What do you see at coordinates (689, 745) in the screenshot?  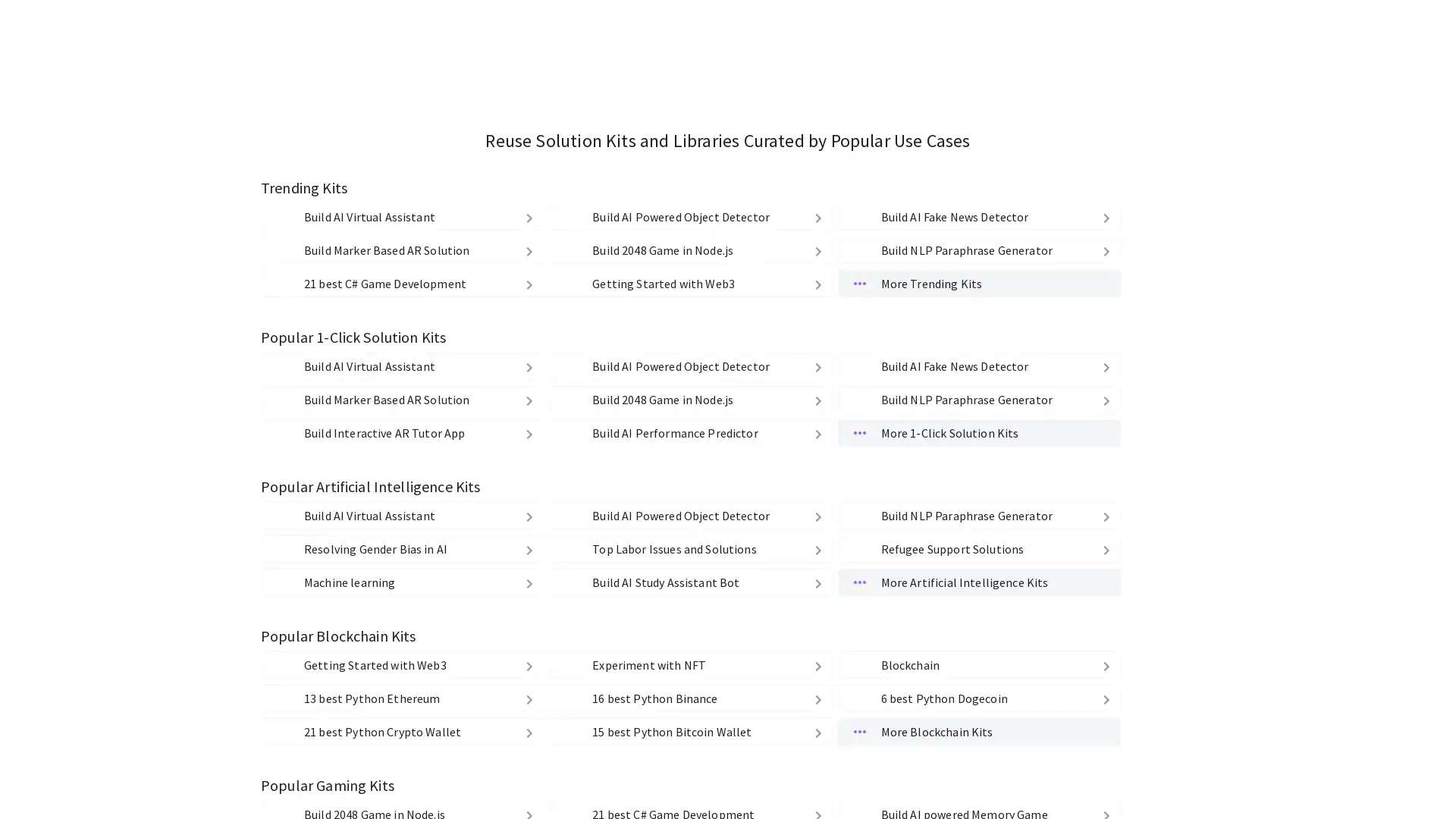 I see `object-detection-kit Build AI Powered Object Detector` at bounding box center [689, 745].